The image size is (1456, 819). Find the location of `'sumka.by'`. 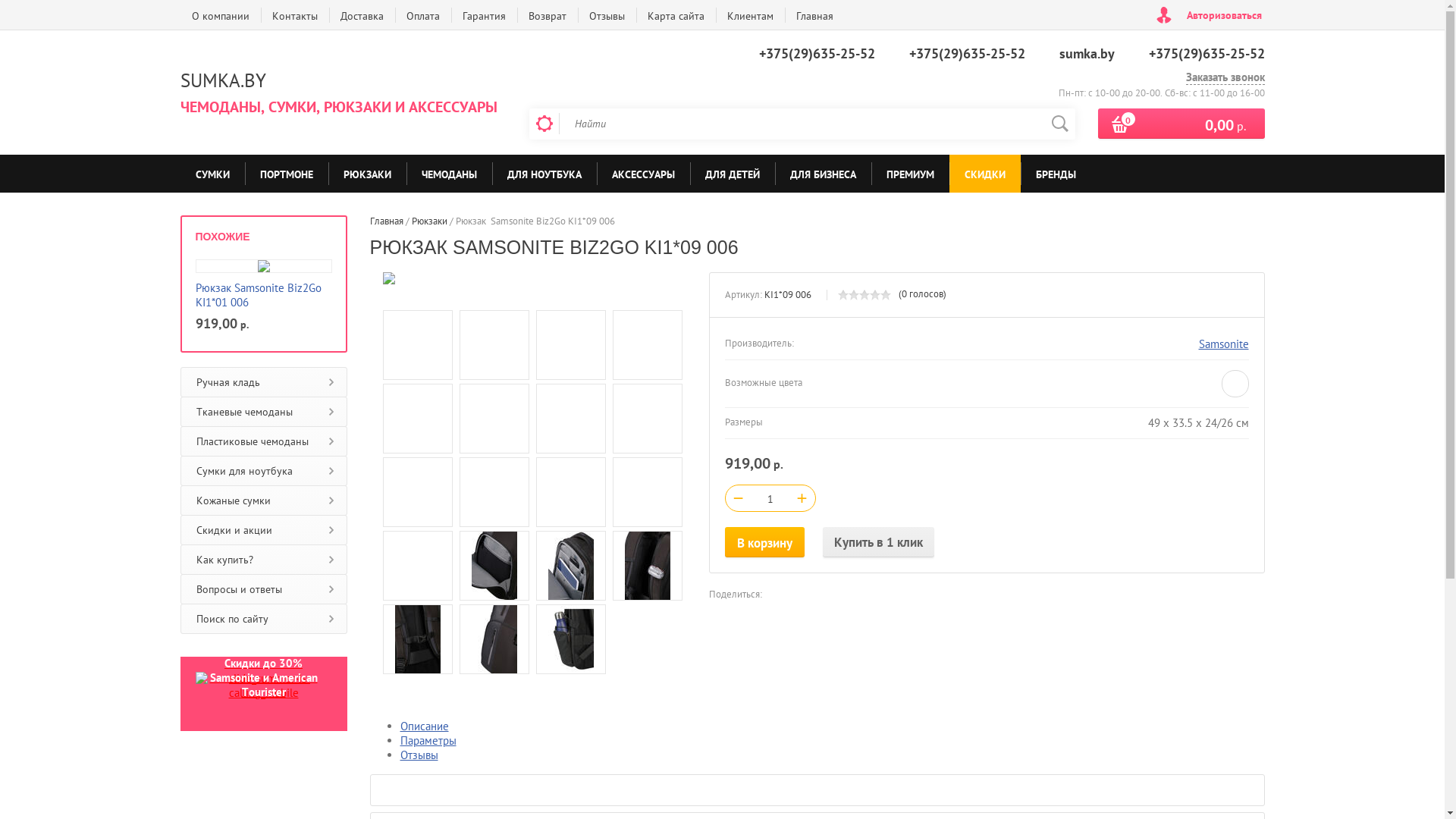

'sumka.by' is located at coordinates (1058, 52).